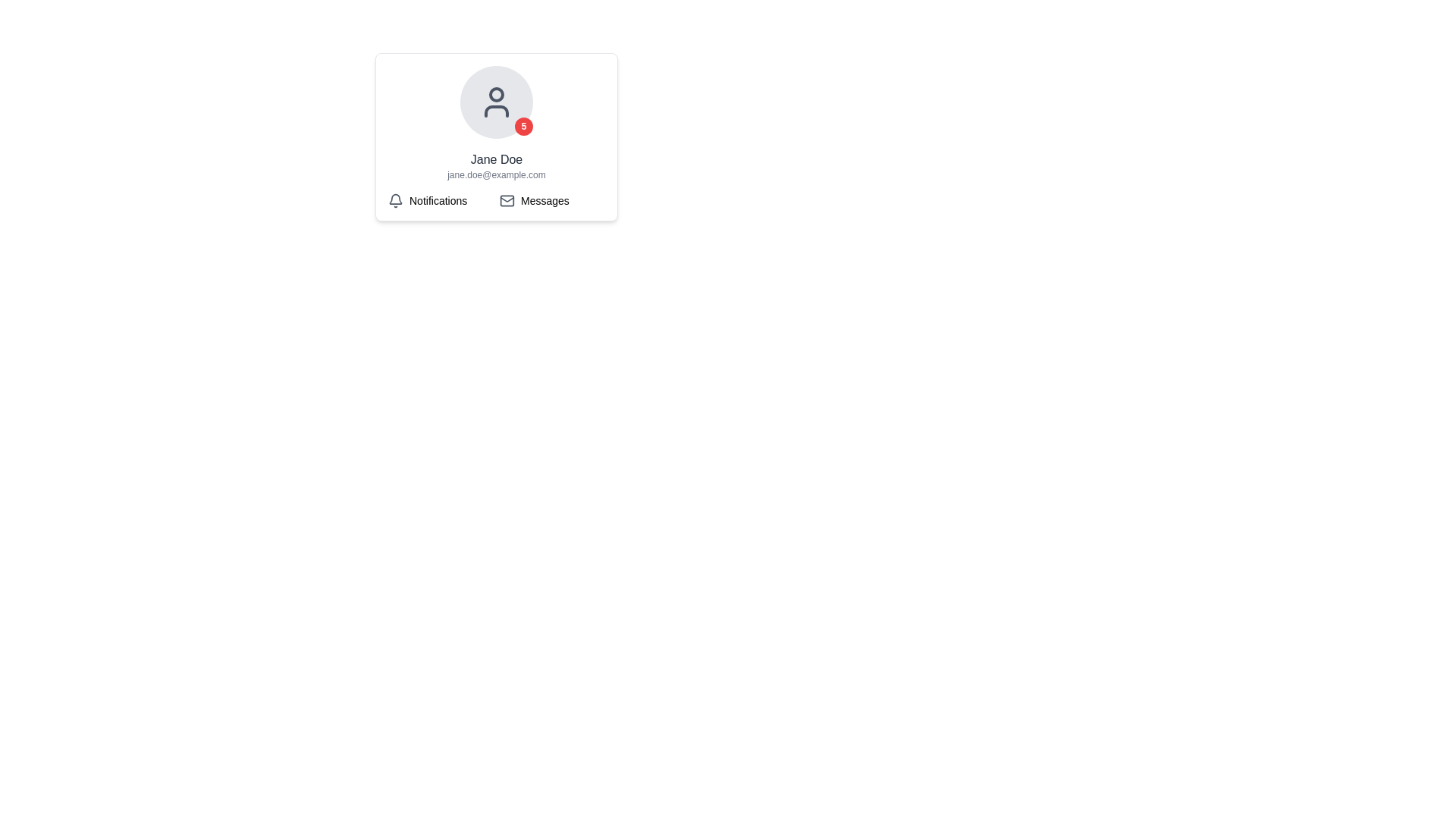  I want to click on the envelope icon, which is a minimalist design located to the left of the 'Messages' text label in the user profile card, so click(507, 200).